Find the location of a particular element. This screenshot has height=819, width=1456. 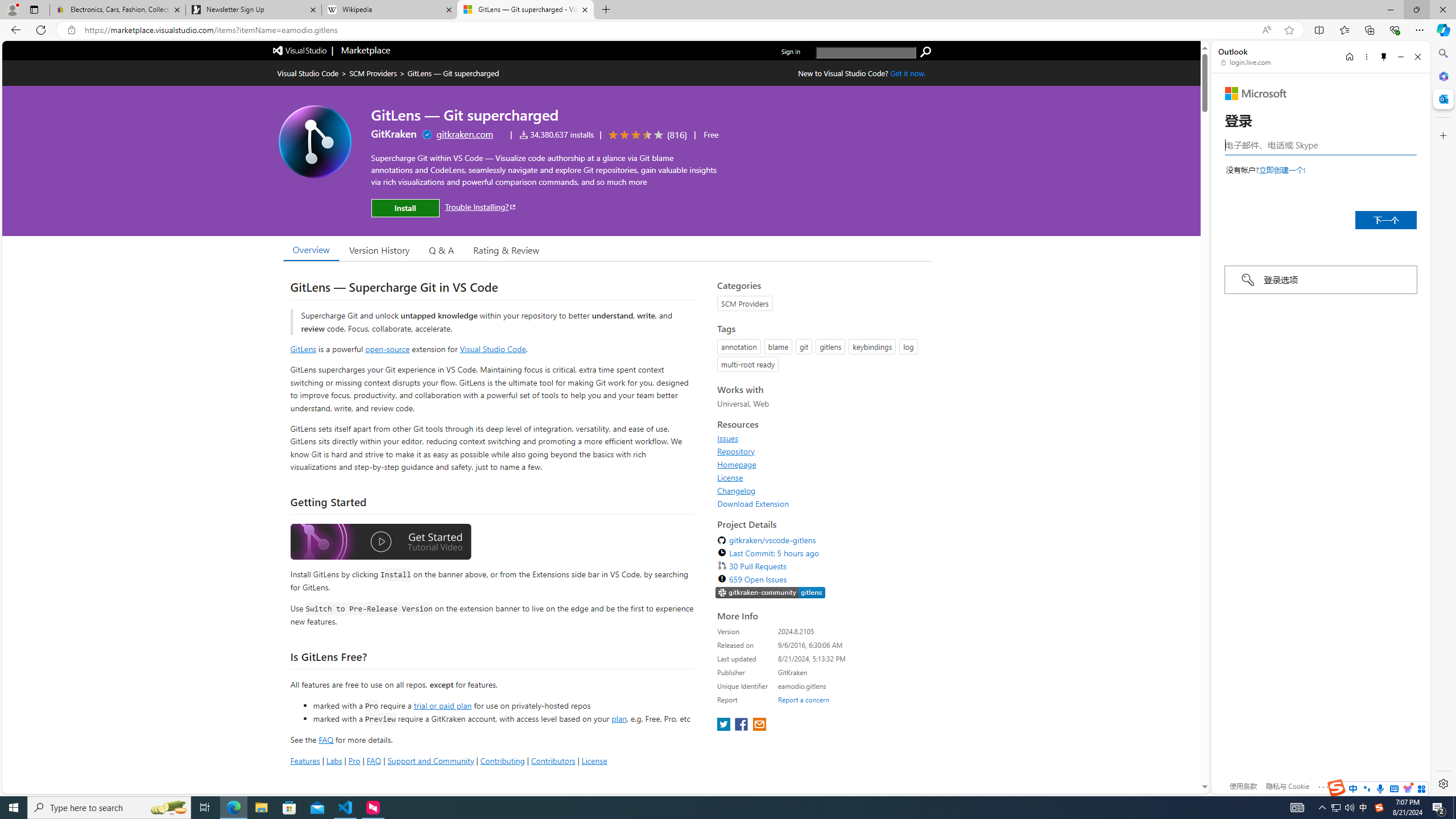

'More options' is located at coordinates (1366, 56).